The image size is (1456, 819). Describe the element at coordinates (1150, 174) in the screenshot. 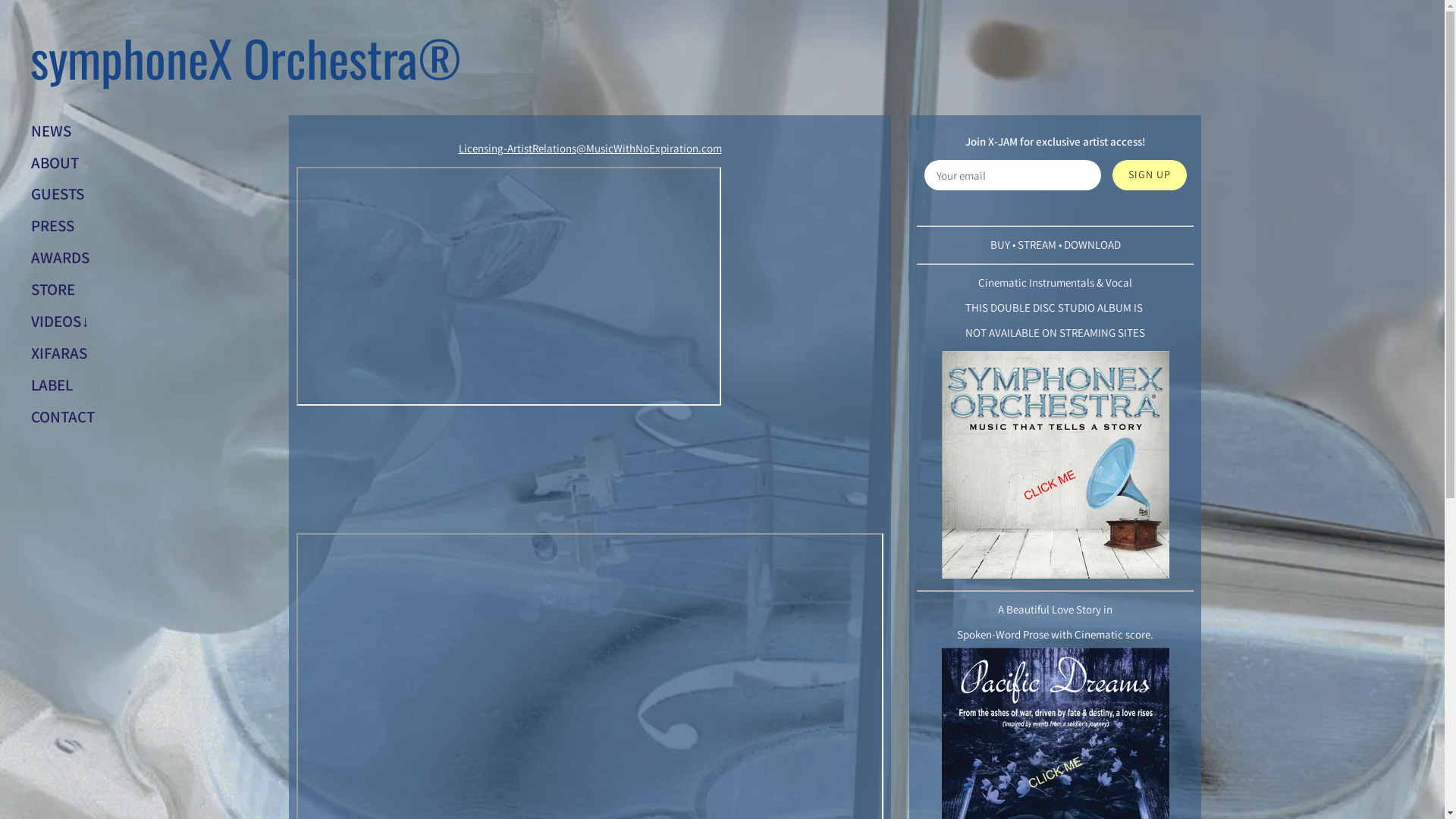

I see `'SIGN UP'` at that location.